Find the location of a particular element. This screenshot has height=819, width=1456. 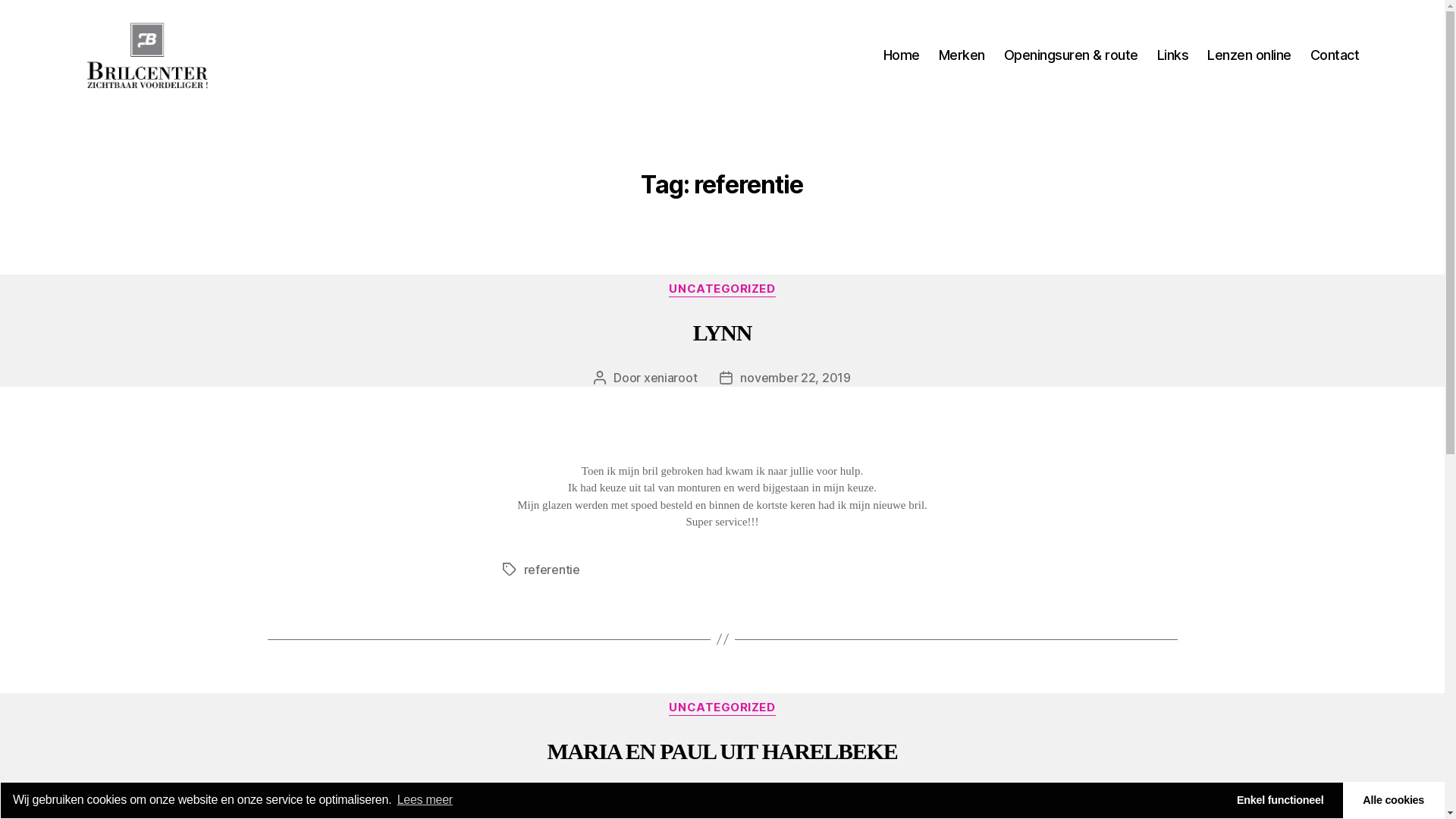

'Openingsuren & route' is located at coordinates (1070, 55).